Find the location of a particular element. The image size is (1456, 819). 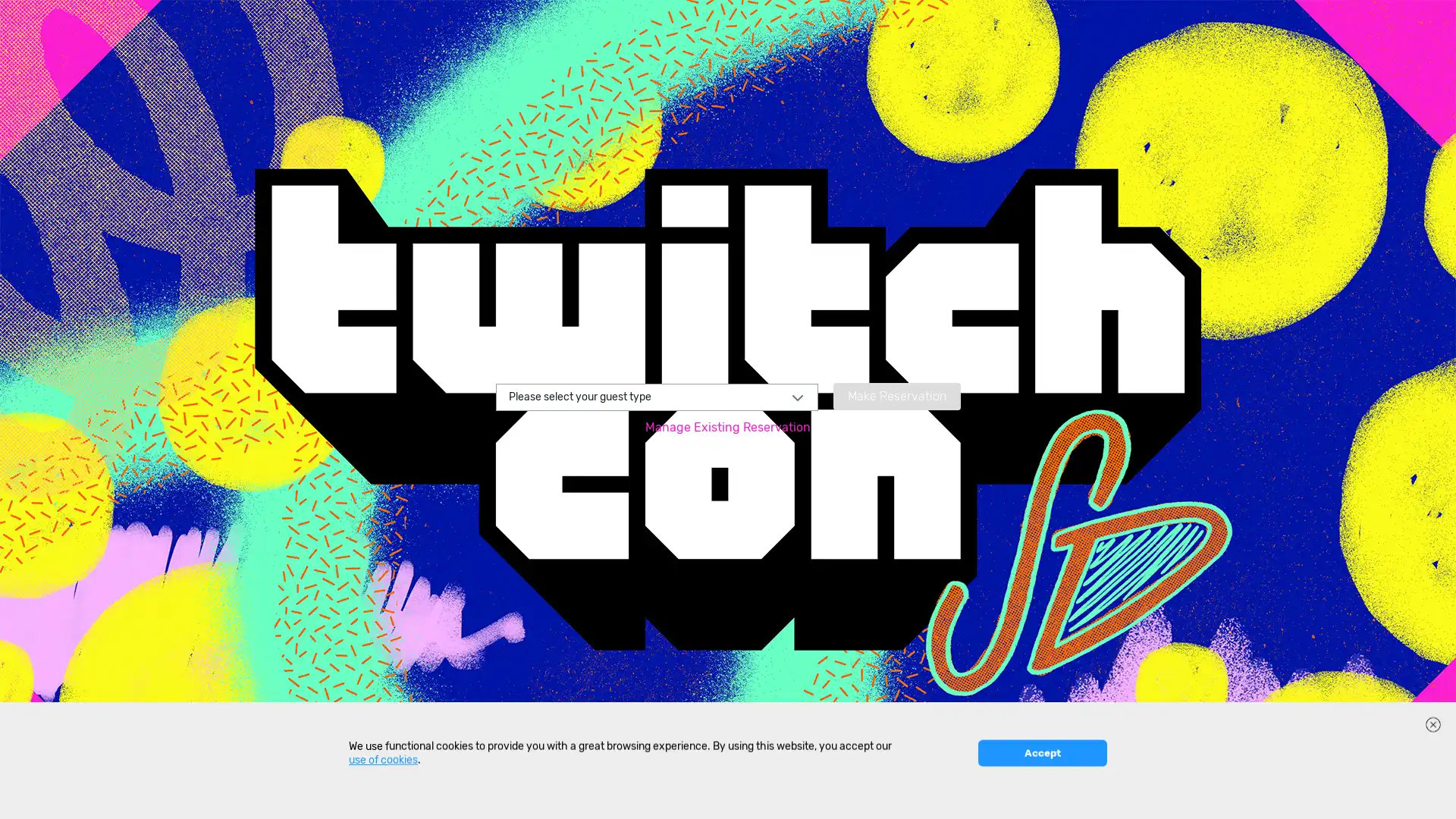

Make Reservation is located at coordinates (896, 394).